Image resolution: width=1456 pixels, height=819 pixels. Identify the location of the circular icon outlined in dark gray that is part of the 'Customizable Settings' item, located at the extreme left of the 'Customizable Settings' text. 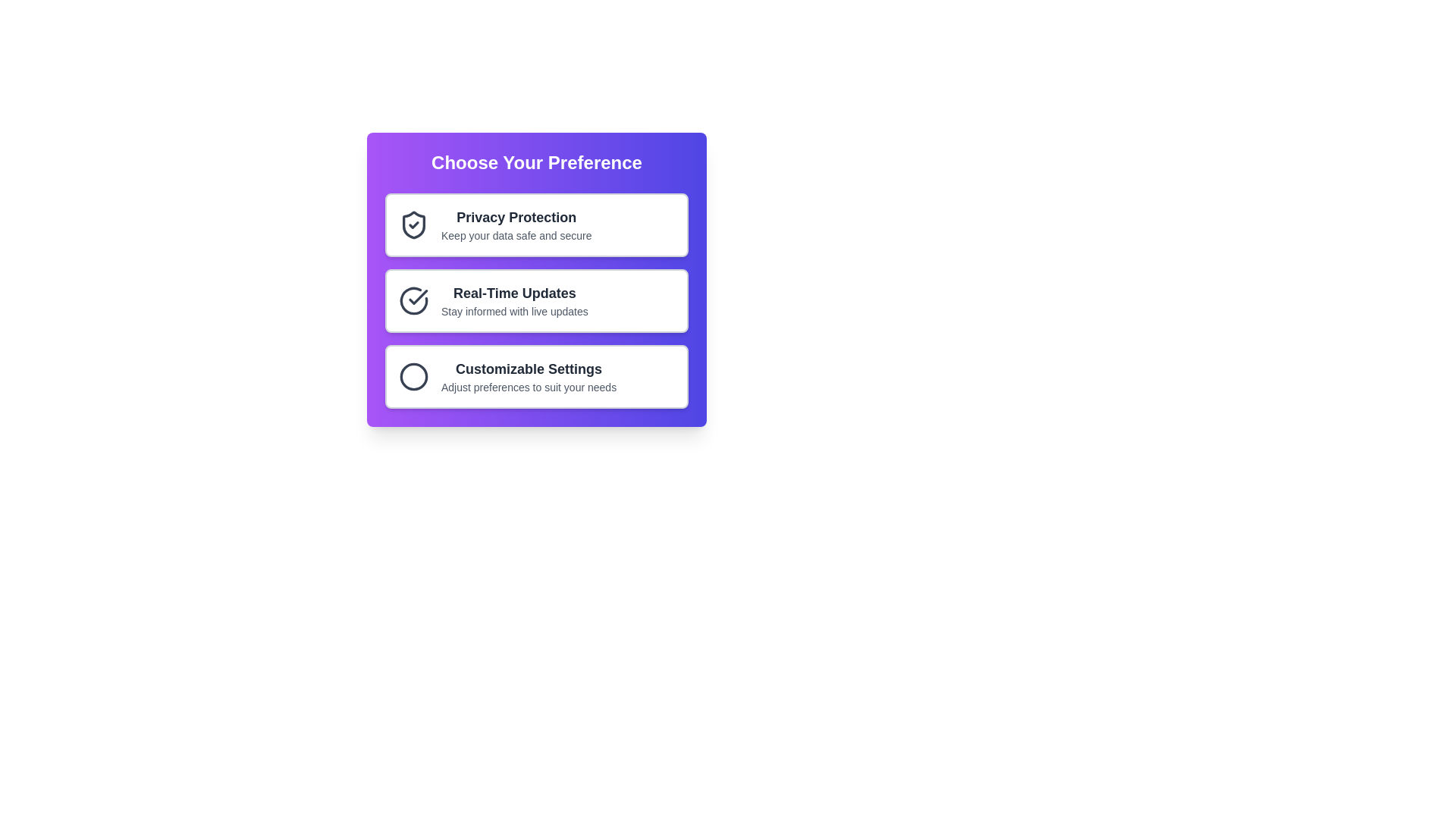
(414, 376).